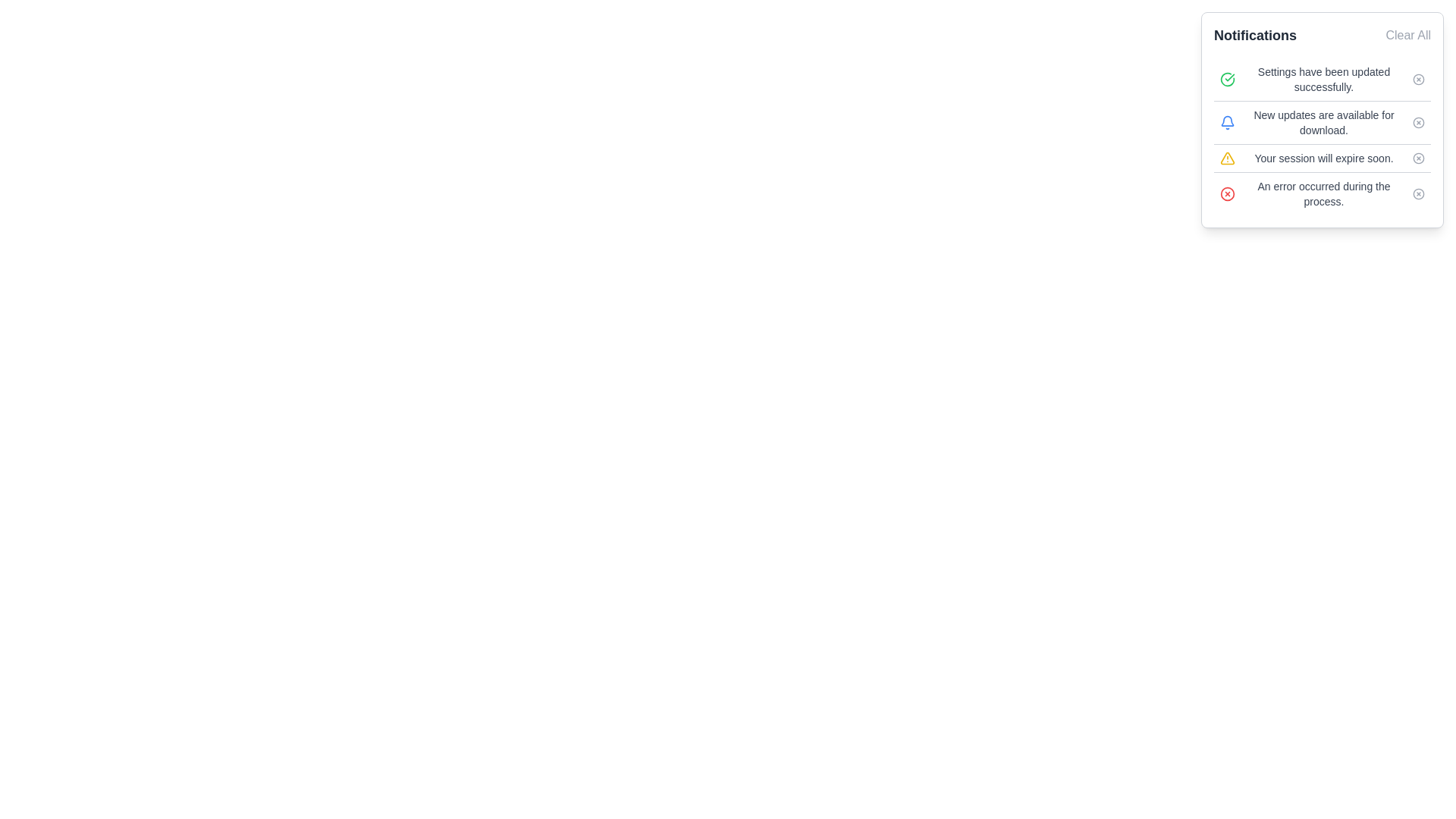  I want to click on text content of the first notification entry that indicates a successful operation, located to the right of a green circle icon with a check mark, so click(1323, 79).